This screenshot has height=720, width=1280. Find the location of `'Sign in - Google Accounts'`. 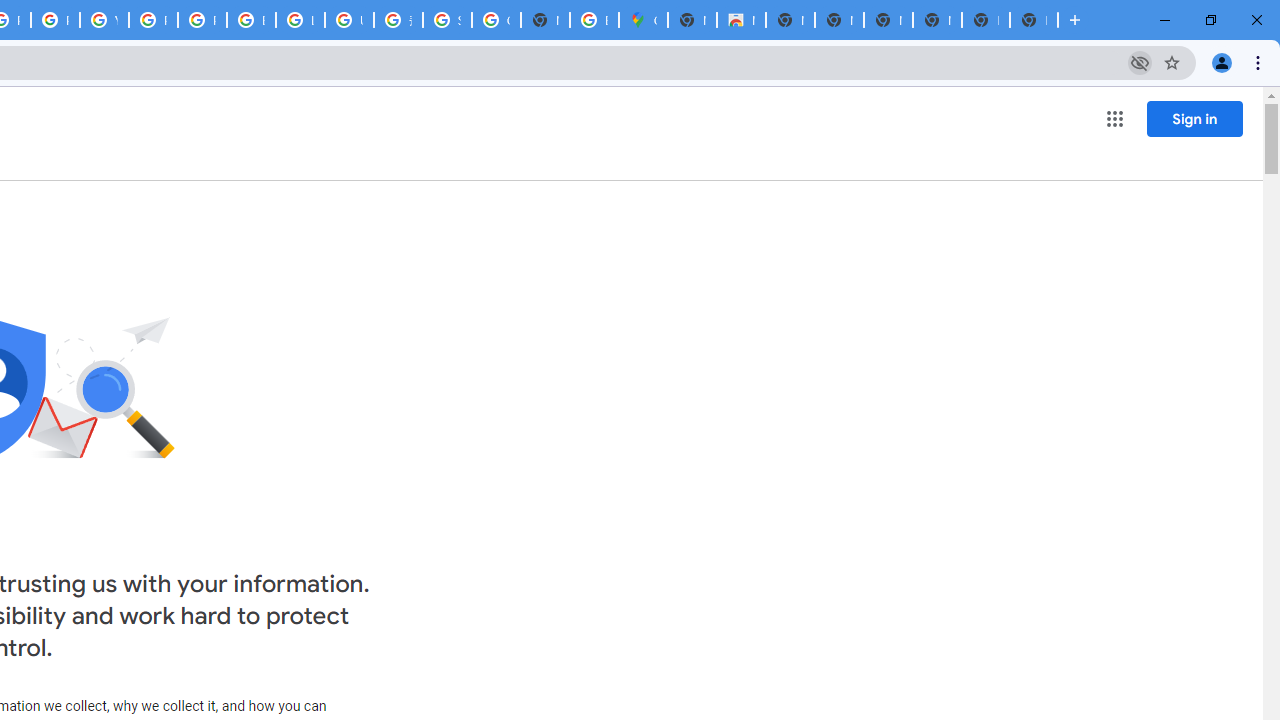

'Sign in - Google Accounts' is located at coordinates (446, 20).